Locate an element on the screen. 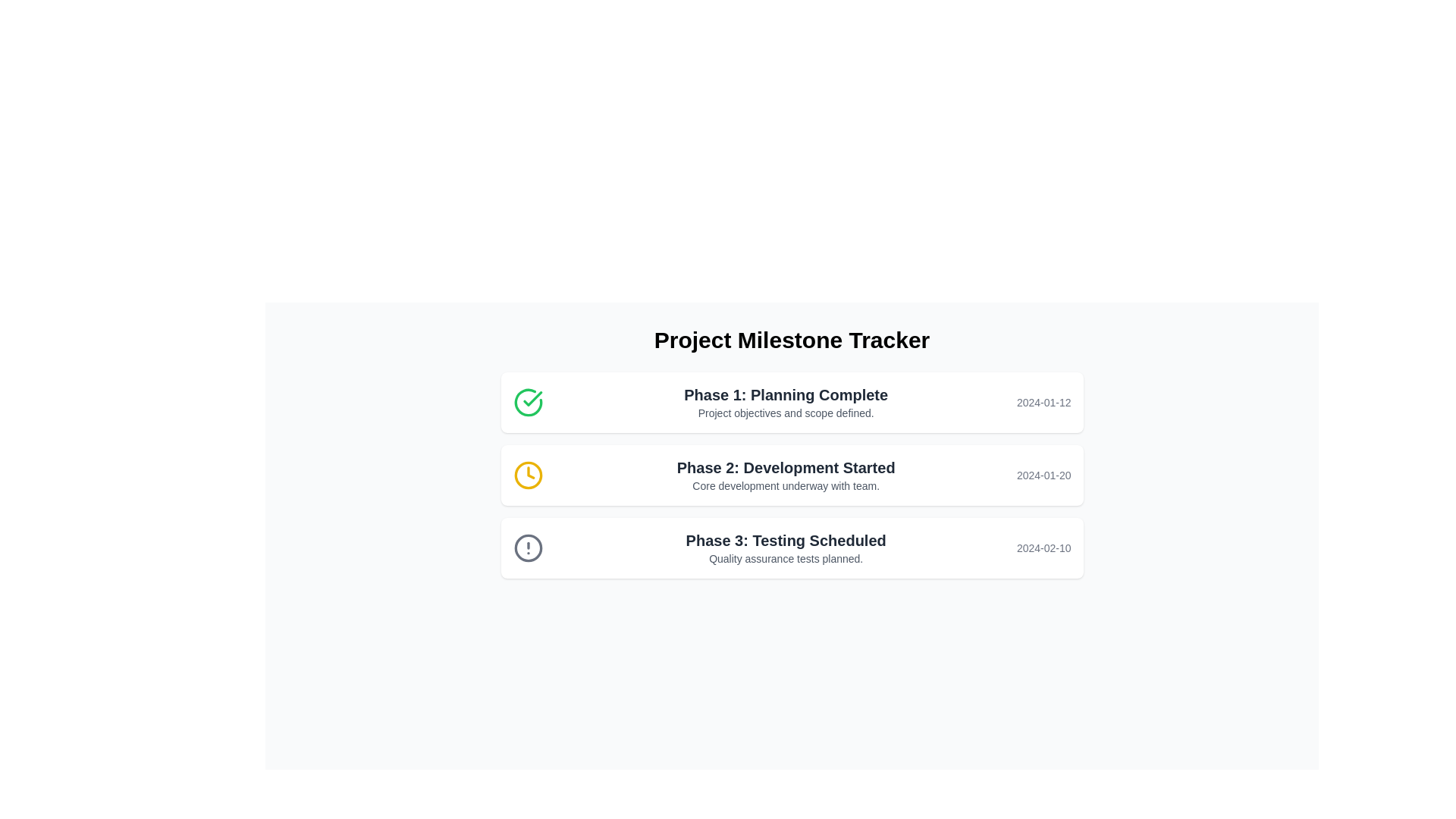 This screenshot has height=819, width=1456. the descriptive text element located in the lower part of the 'Phase 3: Testing Scheduled' section, which provides additional information about the scheduled quality assurance tests is located at coordinates (786, 558).